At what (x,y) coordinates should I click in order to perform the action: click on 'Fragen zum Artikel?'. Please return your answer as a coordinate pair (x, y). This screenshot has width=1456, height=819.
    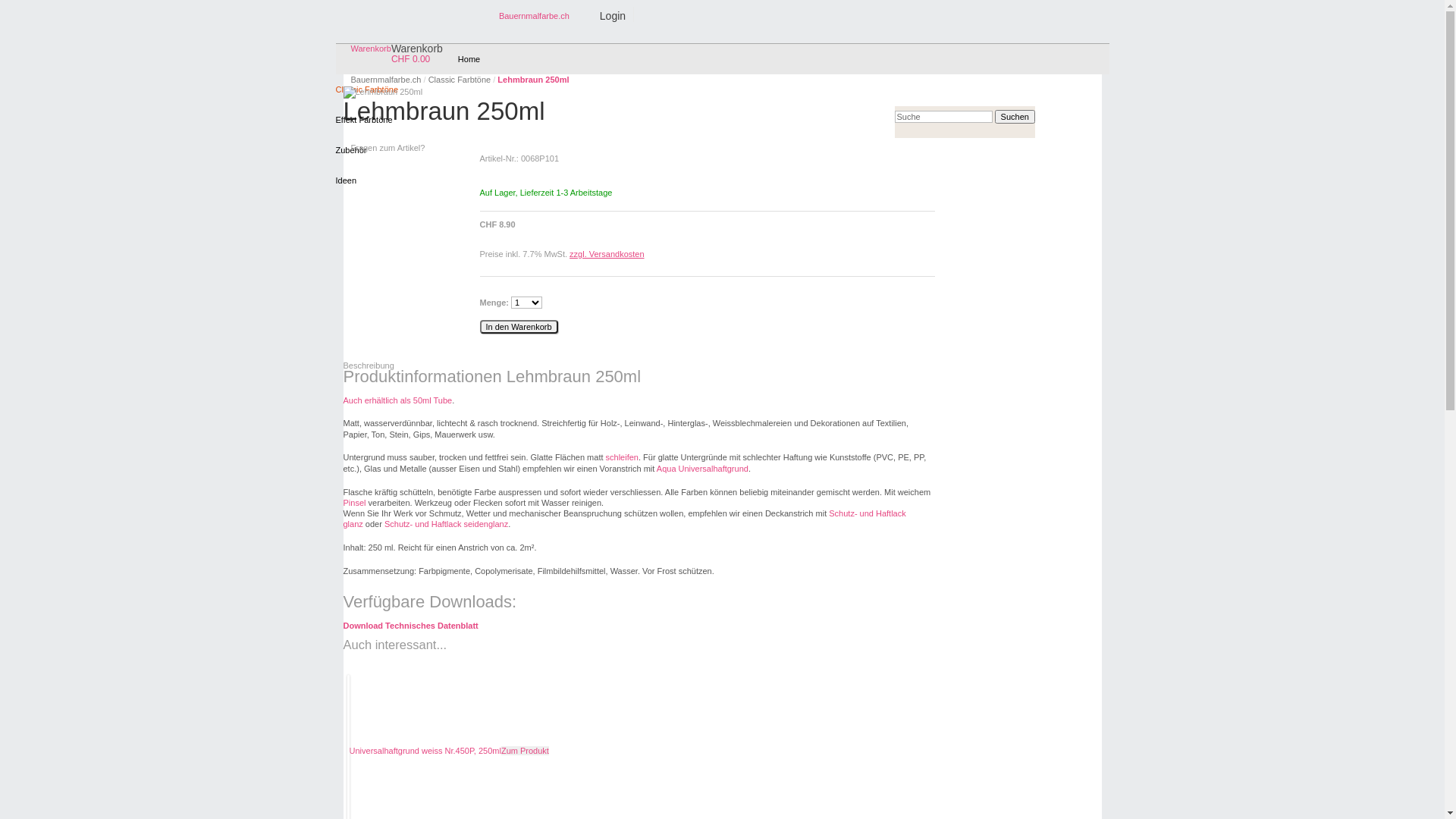
    Looking at the image, I should click on (387, 148).